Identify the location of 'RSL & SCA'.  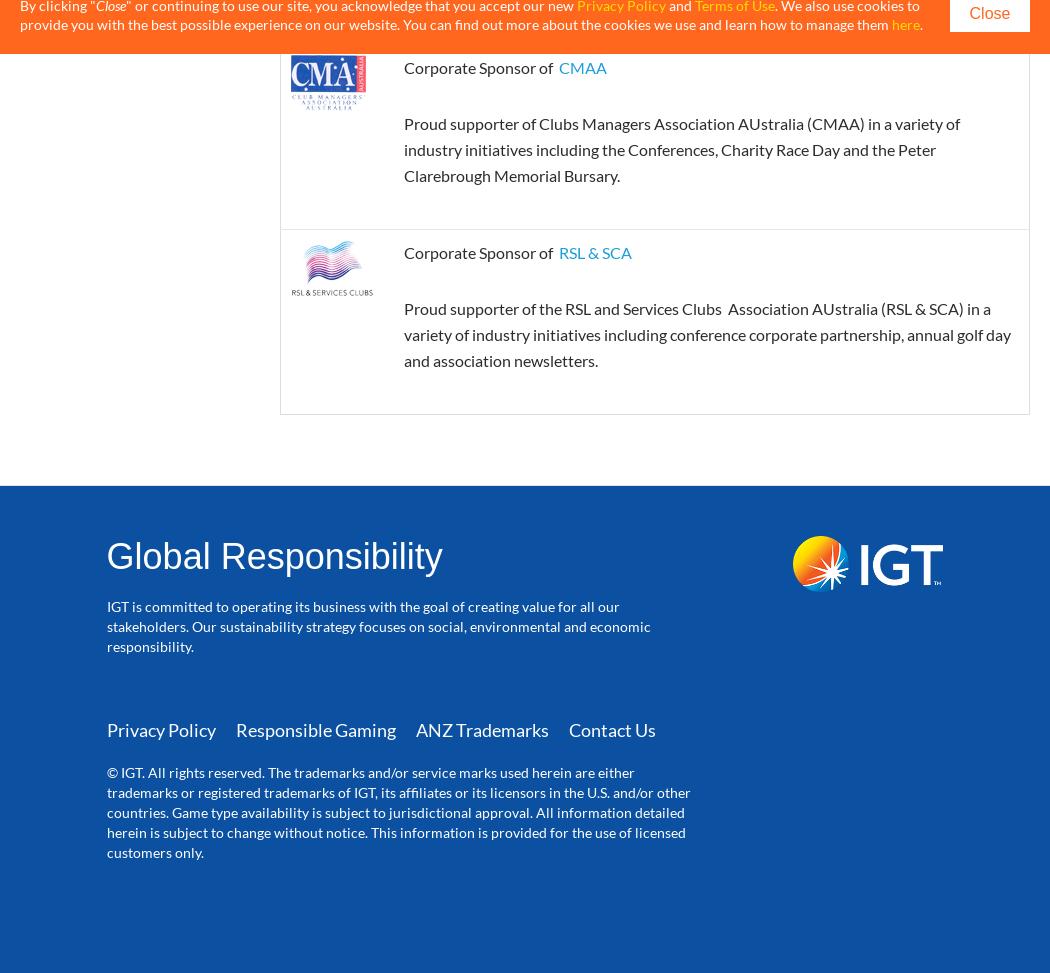
(593, 250).